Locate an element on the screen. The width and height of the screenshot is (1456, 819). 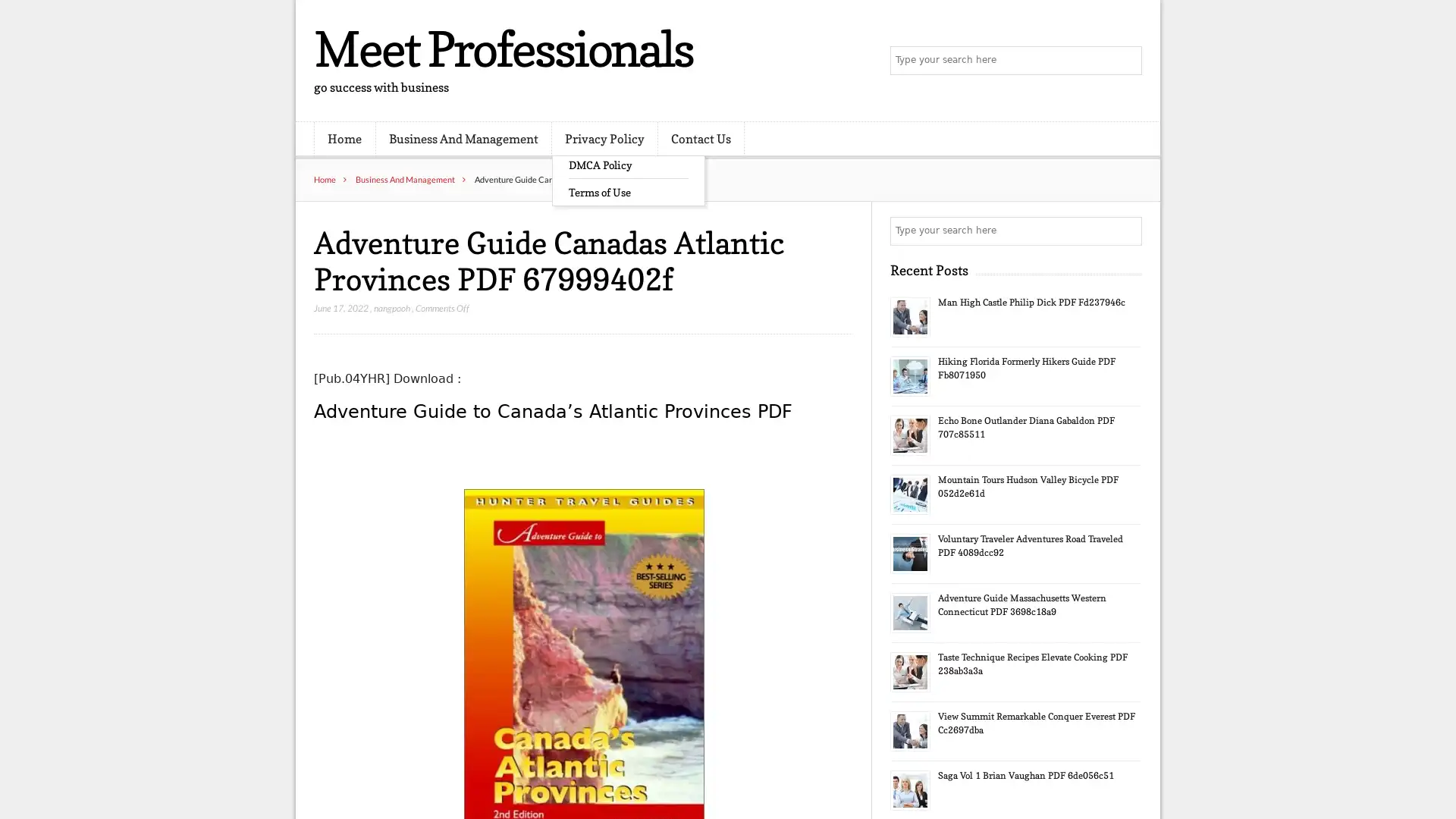
Search is located at coordinates (1126, 61).